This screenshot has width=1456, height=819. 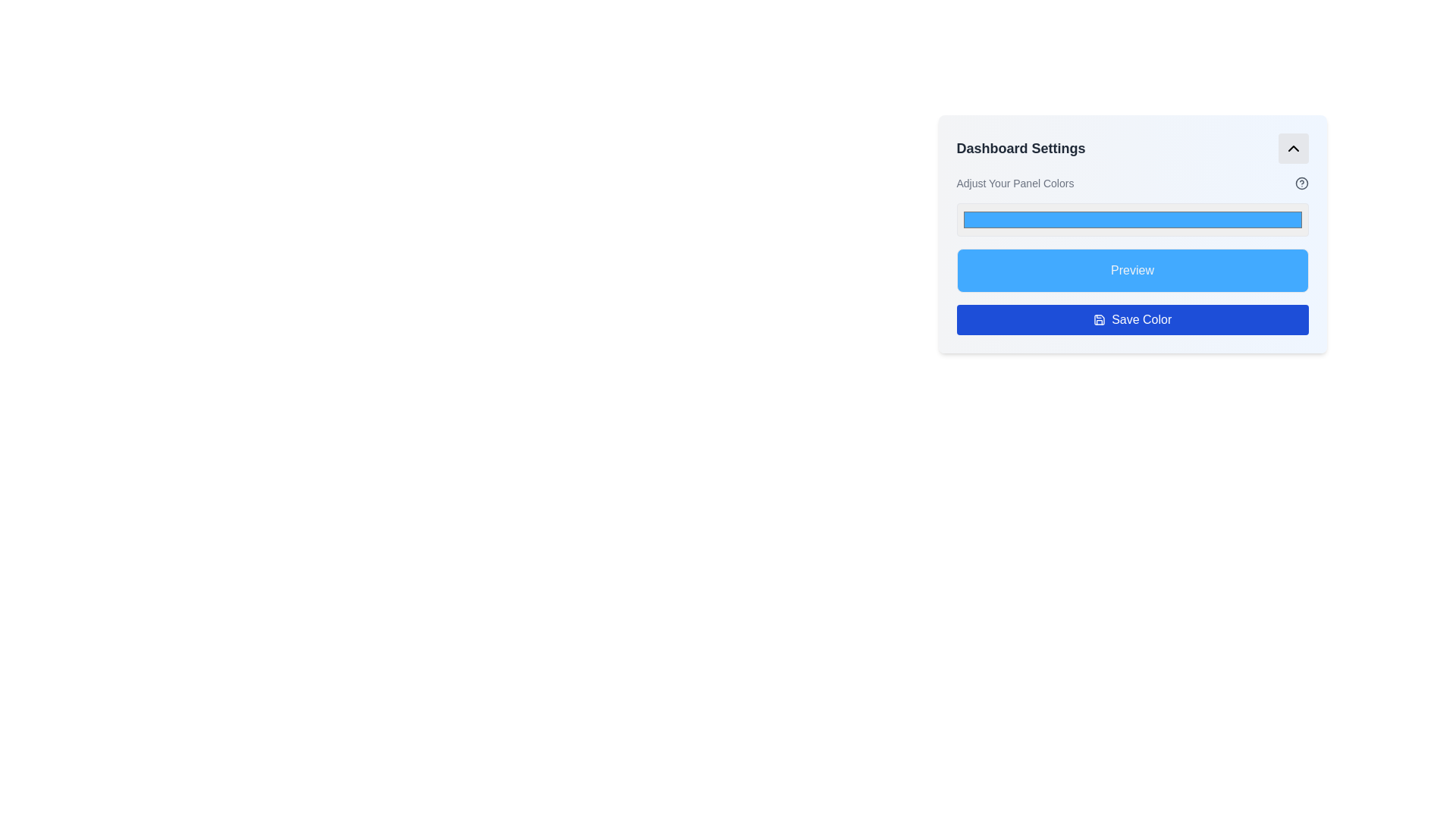 I want to click on the toggle button icon located at the top right corner of the 'Dashboard Settings' card to receive interactivity feedback, so click(x=1292, y=149).